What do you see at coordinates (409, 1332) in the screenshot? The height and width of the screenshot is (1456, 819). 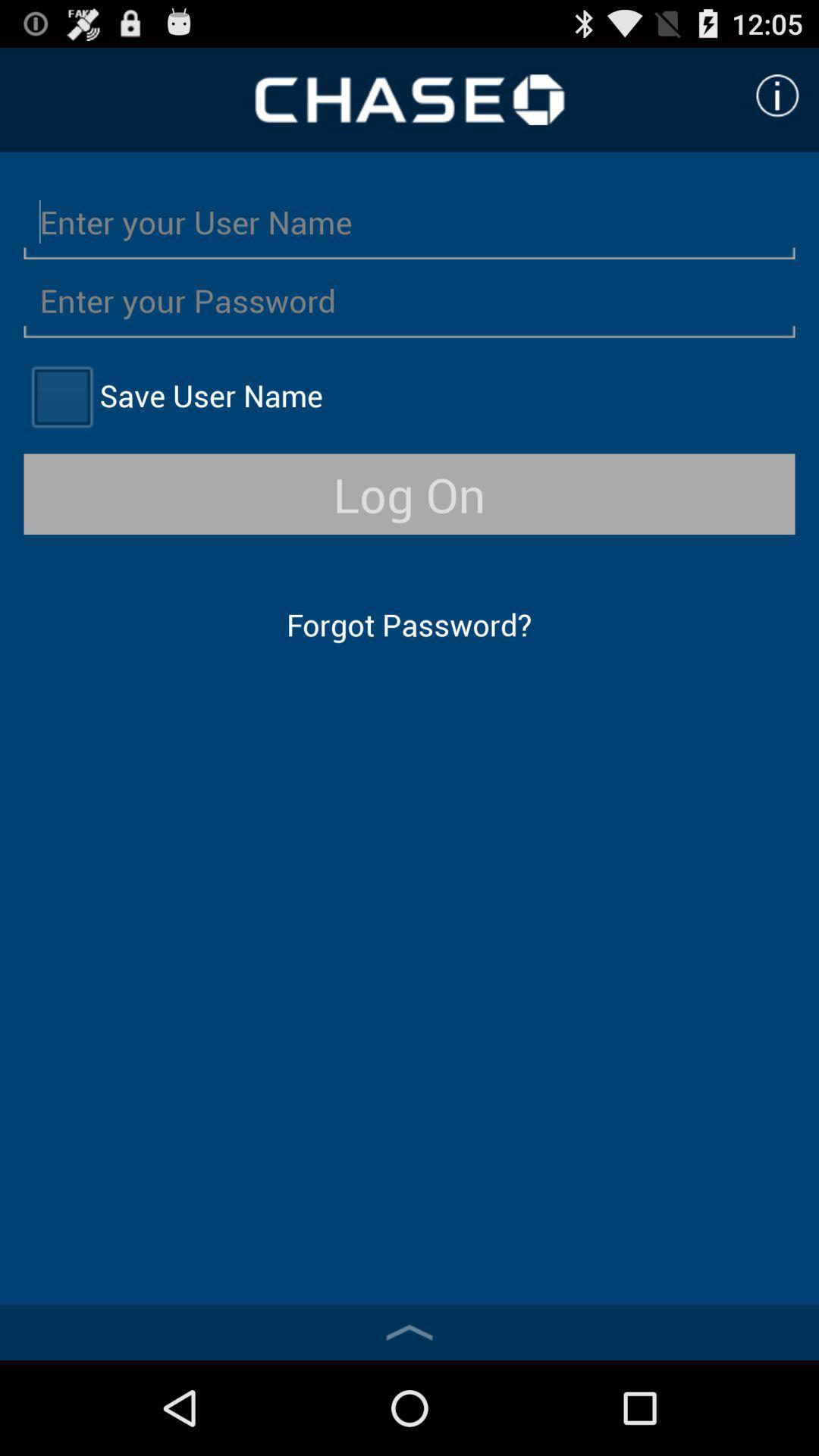 I see `retract page` at bounding box center [409, 1332].